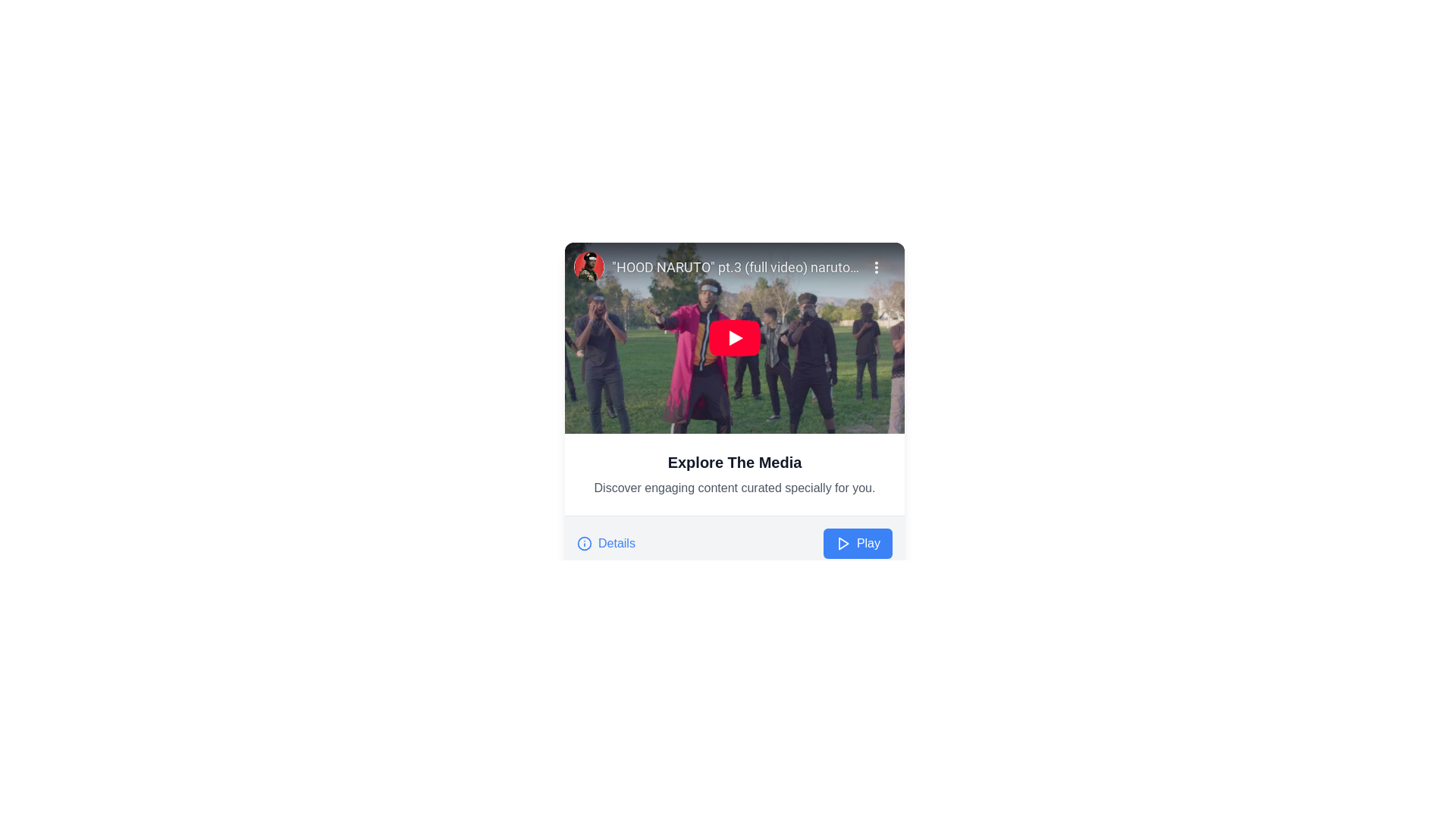  Describe the element at coordinates (735, 488) in the screenshot. I see `the text block that reads 'Discover engaging content curated specially for you.' which is styled in gray and positioned below the 'Explore The Media' heading` at that location.